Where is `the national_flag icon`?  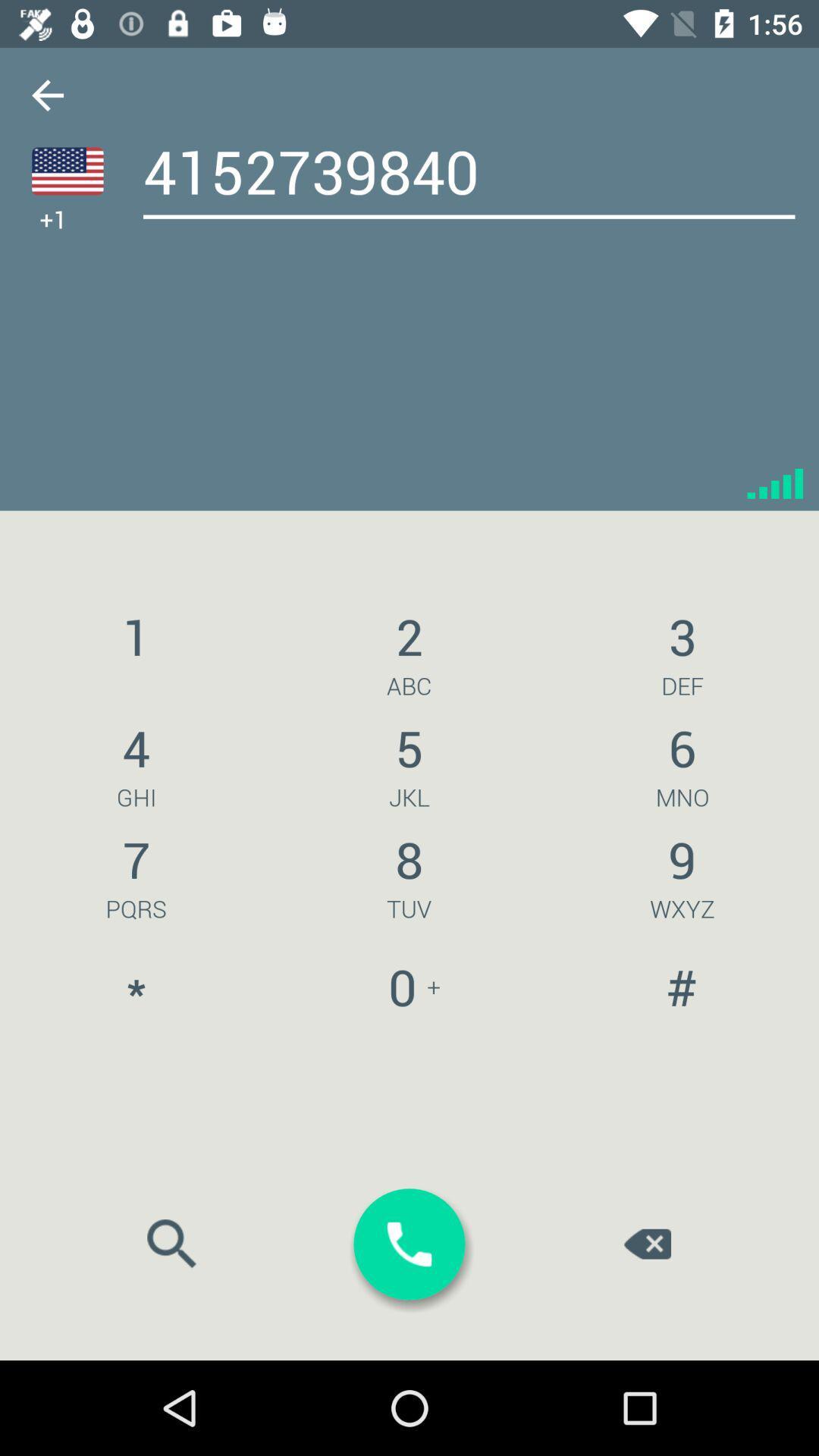
the national_flag icon is located at coordinates (67, 171).